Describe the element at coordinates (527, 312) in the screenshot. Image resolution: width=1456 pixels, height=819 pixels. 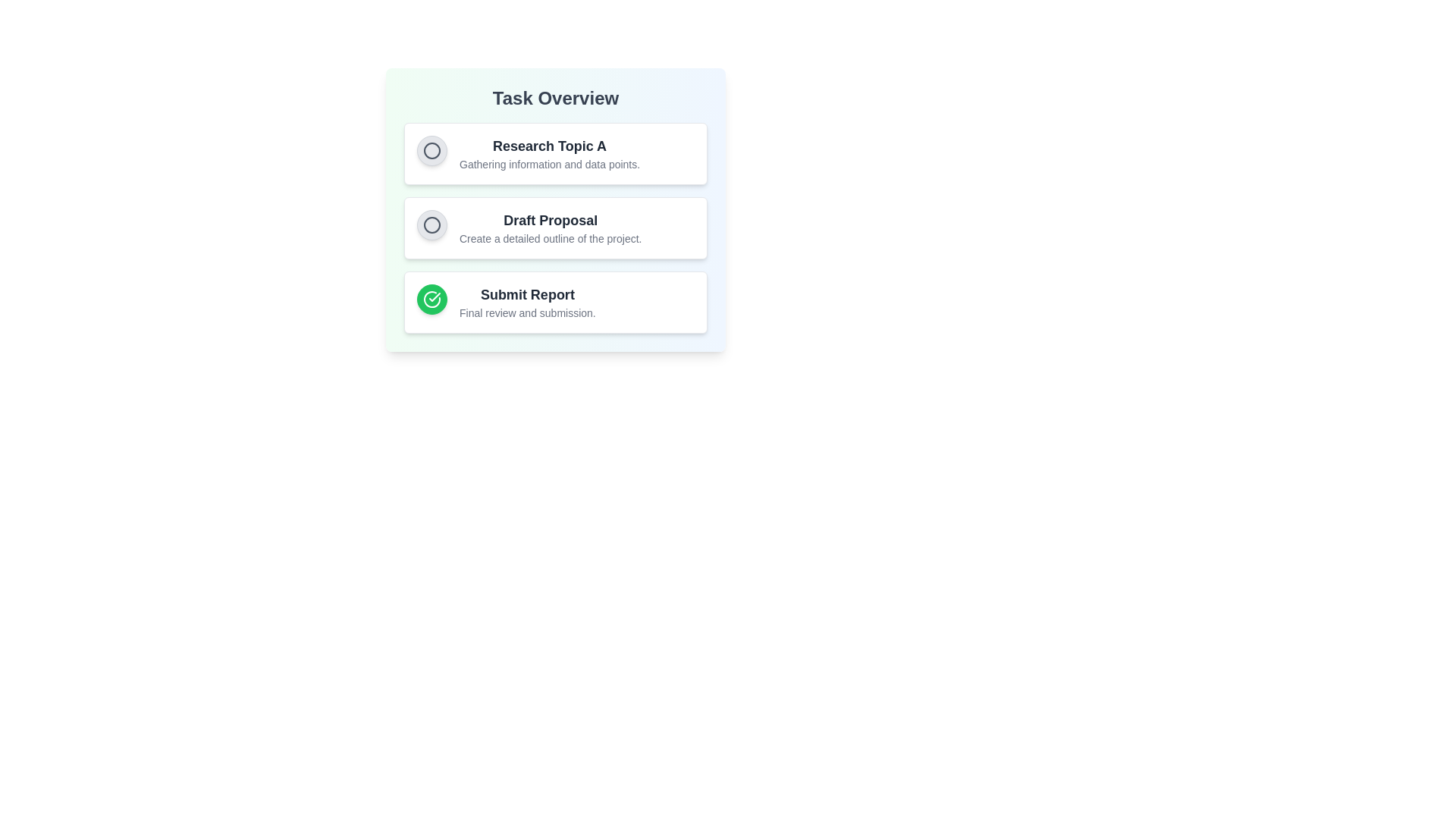
I see `the explanatory text located below the 'Submit Report' title within the 'Submit Report' section` at that location.